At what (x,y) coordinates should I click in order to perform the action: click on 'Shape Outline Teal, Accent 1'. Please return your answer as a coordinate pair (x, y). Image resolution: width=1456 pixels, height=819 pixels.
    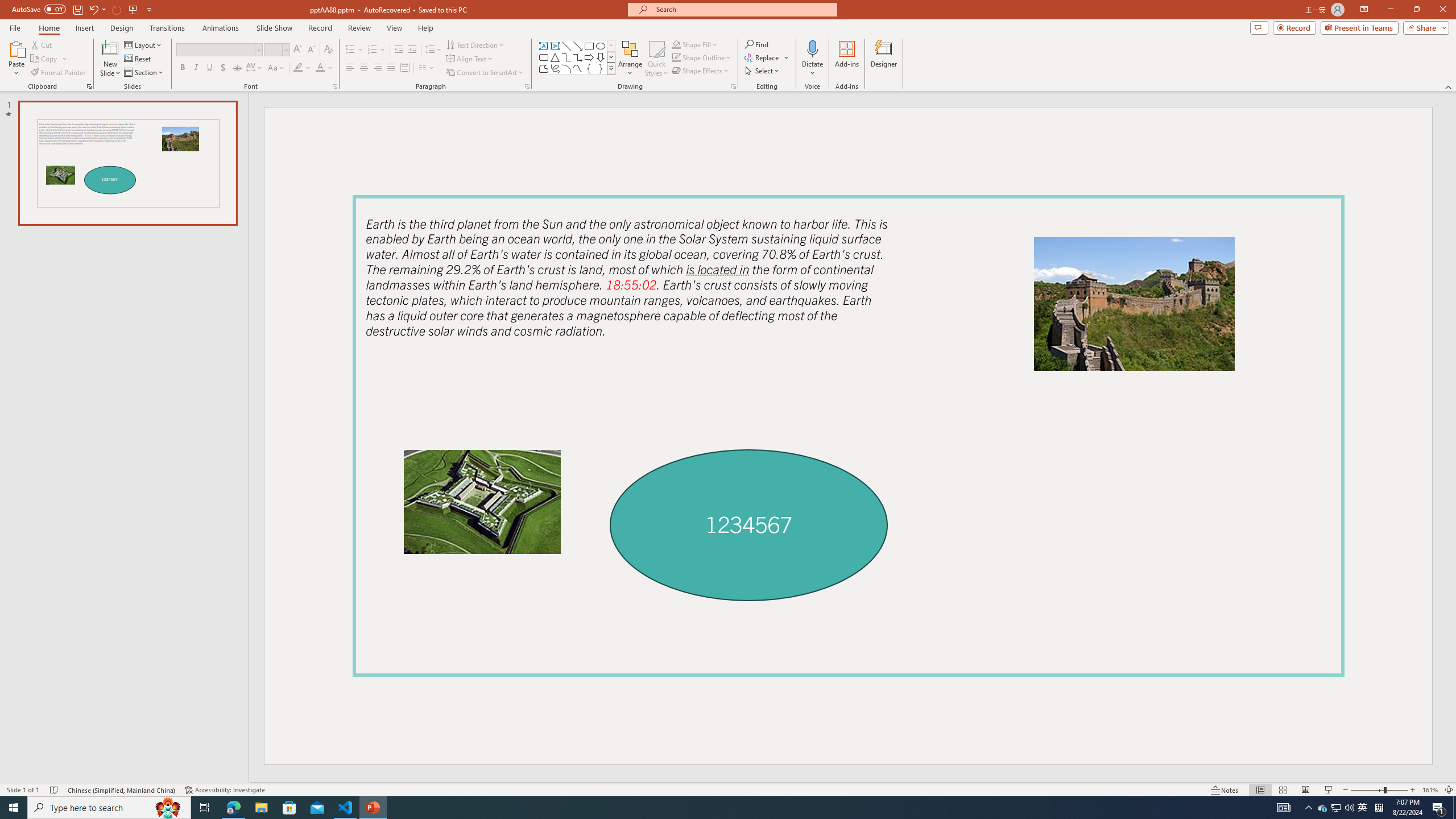
    Looking at the image, I should click on (676, 56).